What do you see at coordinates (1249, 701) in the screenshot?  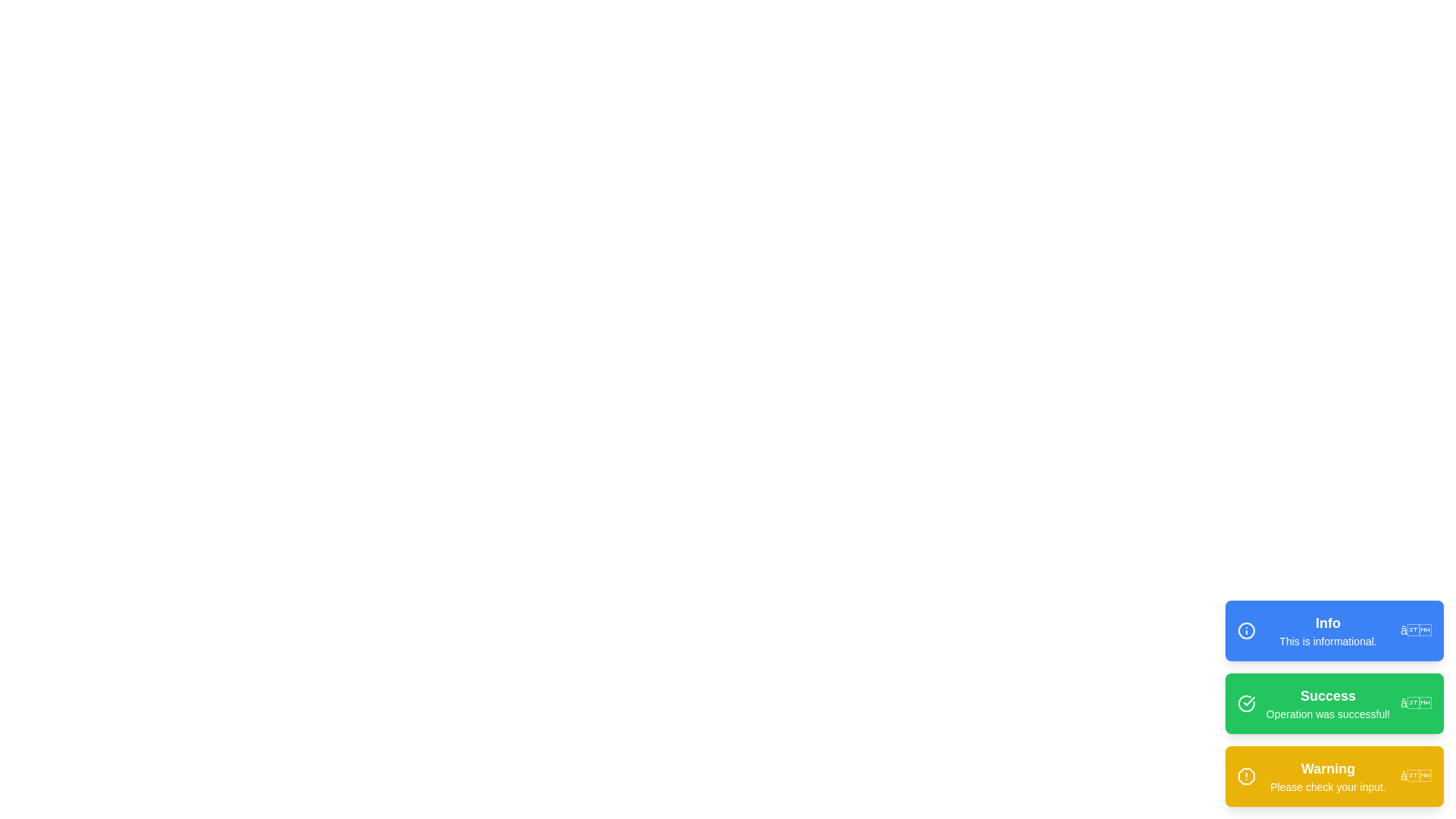 I see `the small checkmark icon within a green circle, which is part of a grouped icon structure on the success notification card` at bounding box center [1249, 701].